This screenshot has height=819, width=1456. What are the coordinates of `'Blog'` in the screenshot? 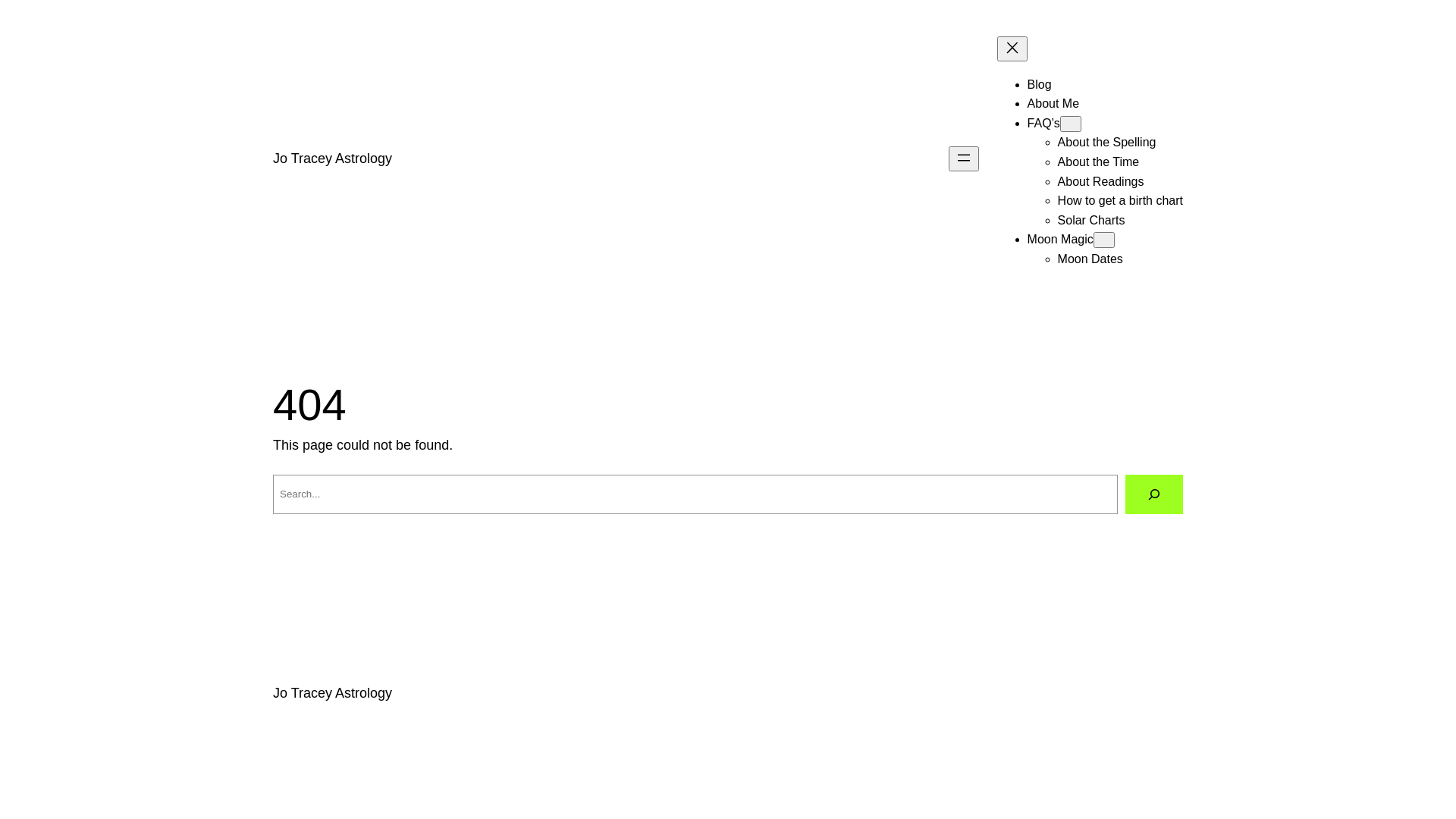 It's located at (1039, 84).